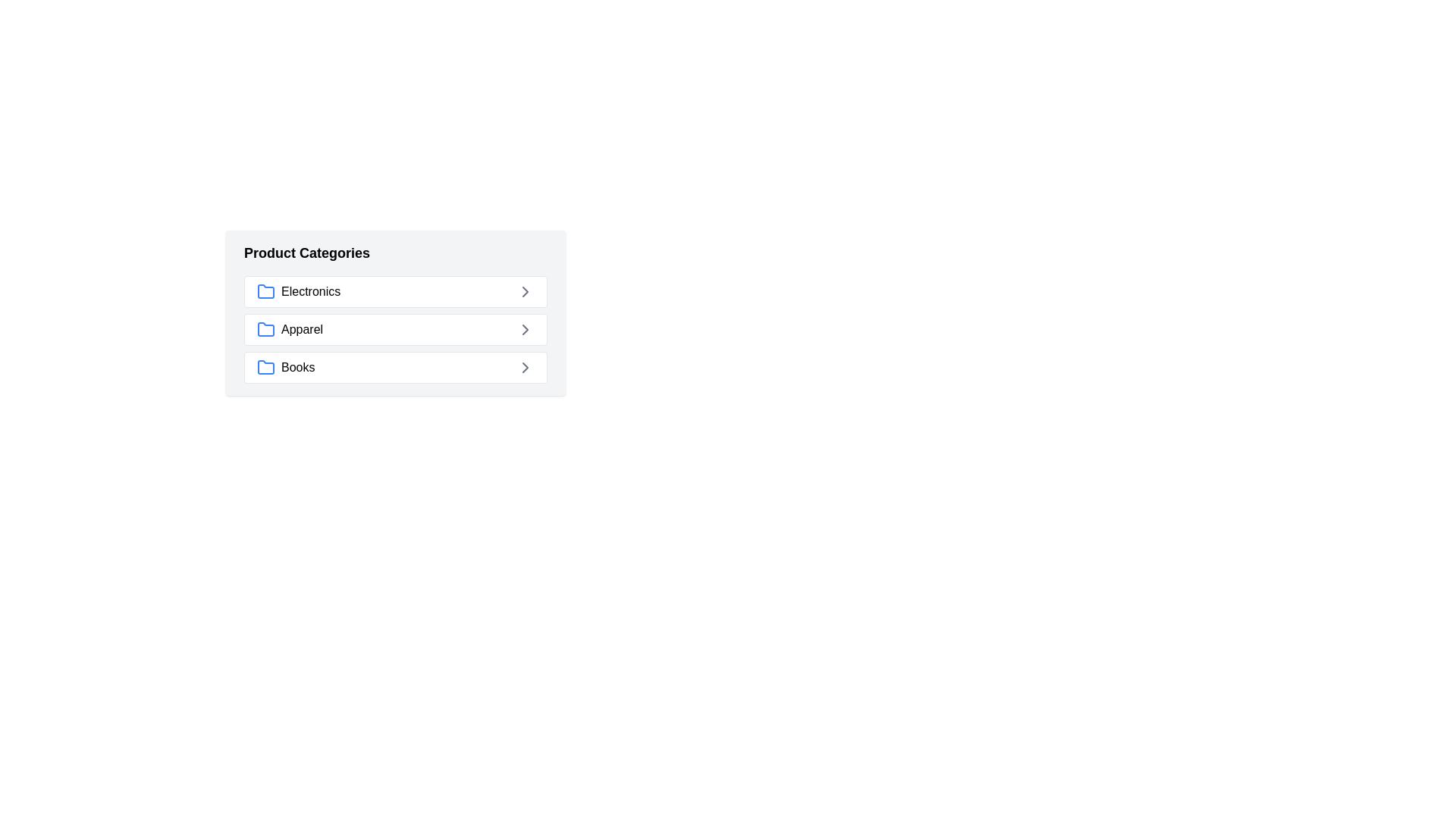 The width and height of the screenshot is (1456, 819). What do you see at coordinates (265, 329) in the screenshot?
I see `the decorative icon representing the 'Apparel' category, which is located to the left of the text 'Apparel'` at bounding box center [265, 329].